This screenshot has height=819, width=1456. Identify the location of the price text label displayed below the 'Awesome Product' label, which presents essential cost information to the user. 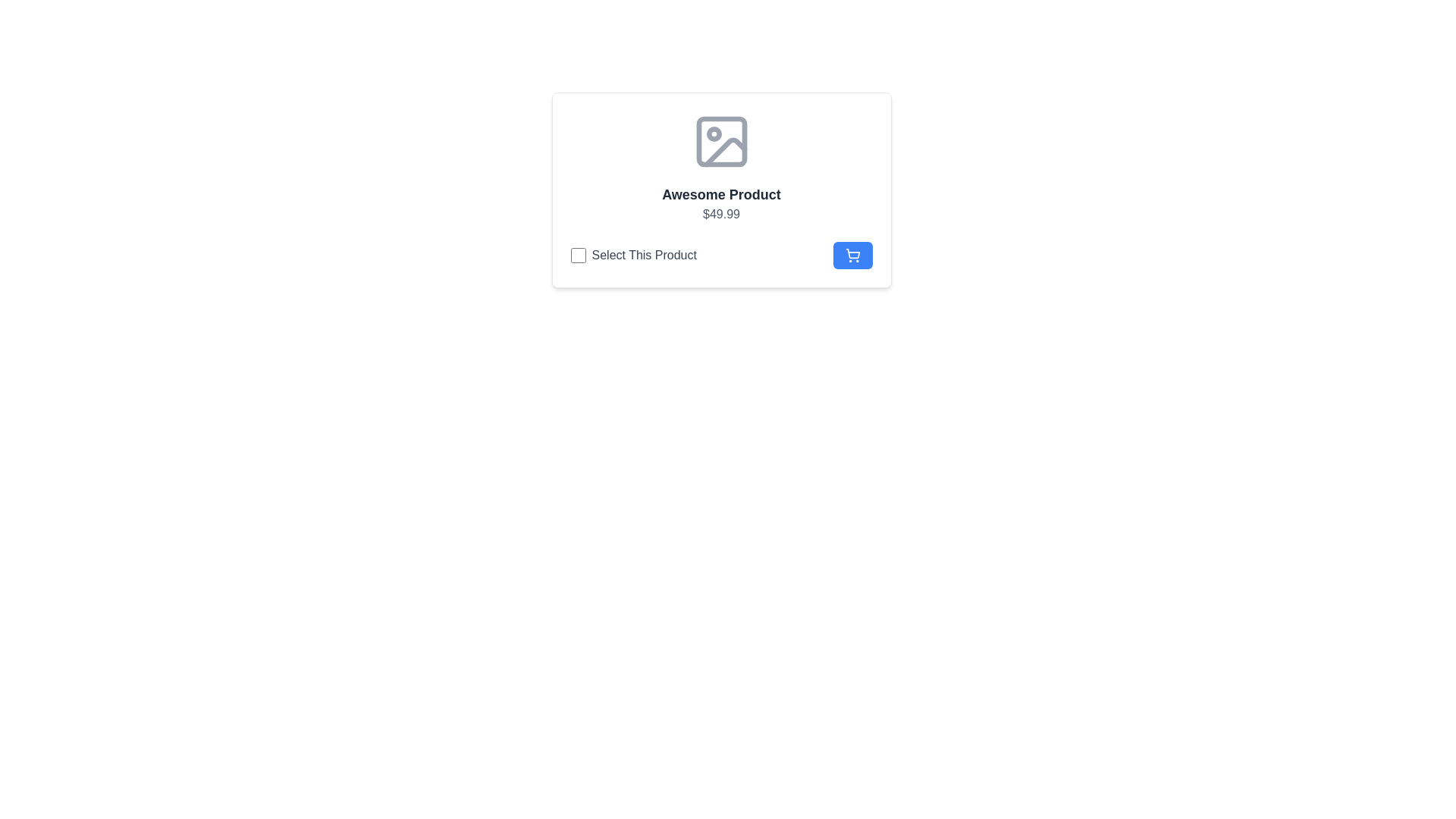
(720, 214).